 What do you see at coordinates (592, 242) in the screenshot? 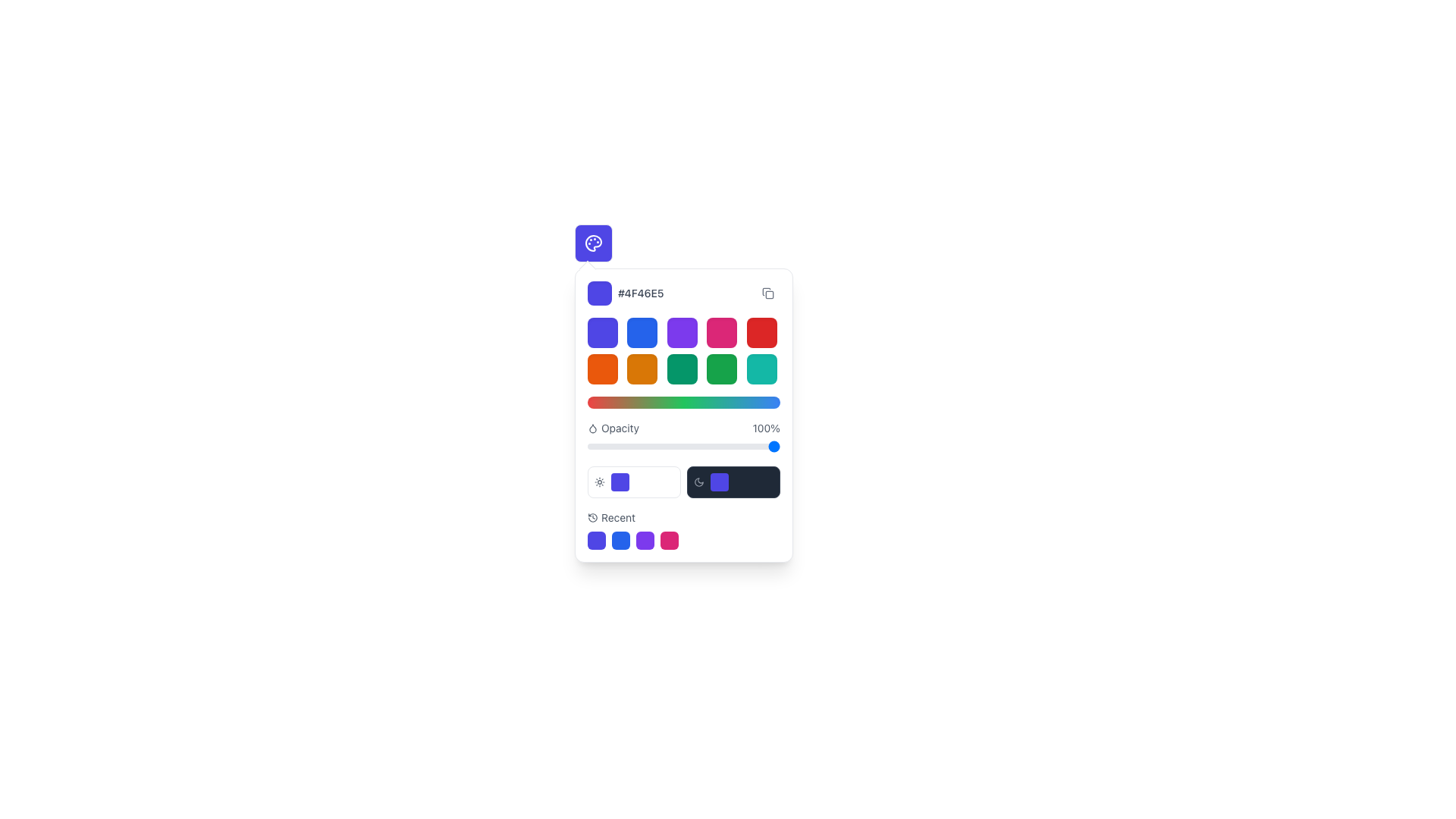
I see `the vibrant purple-blue palette icon, which is surrounded by an outlined circle and located at the top-left of the color selection interface, just above the color picker area` at bounding box center [592, 242].